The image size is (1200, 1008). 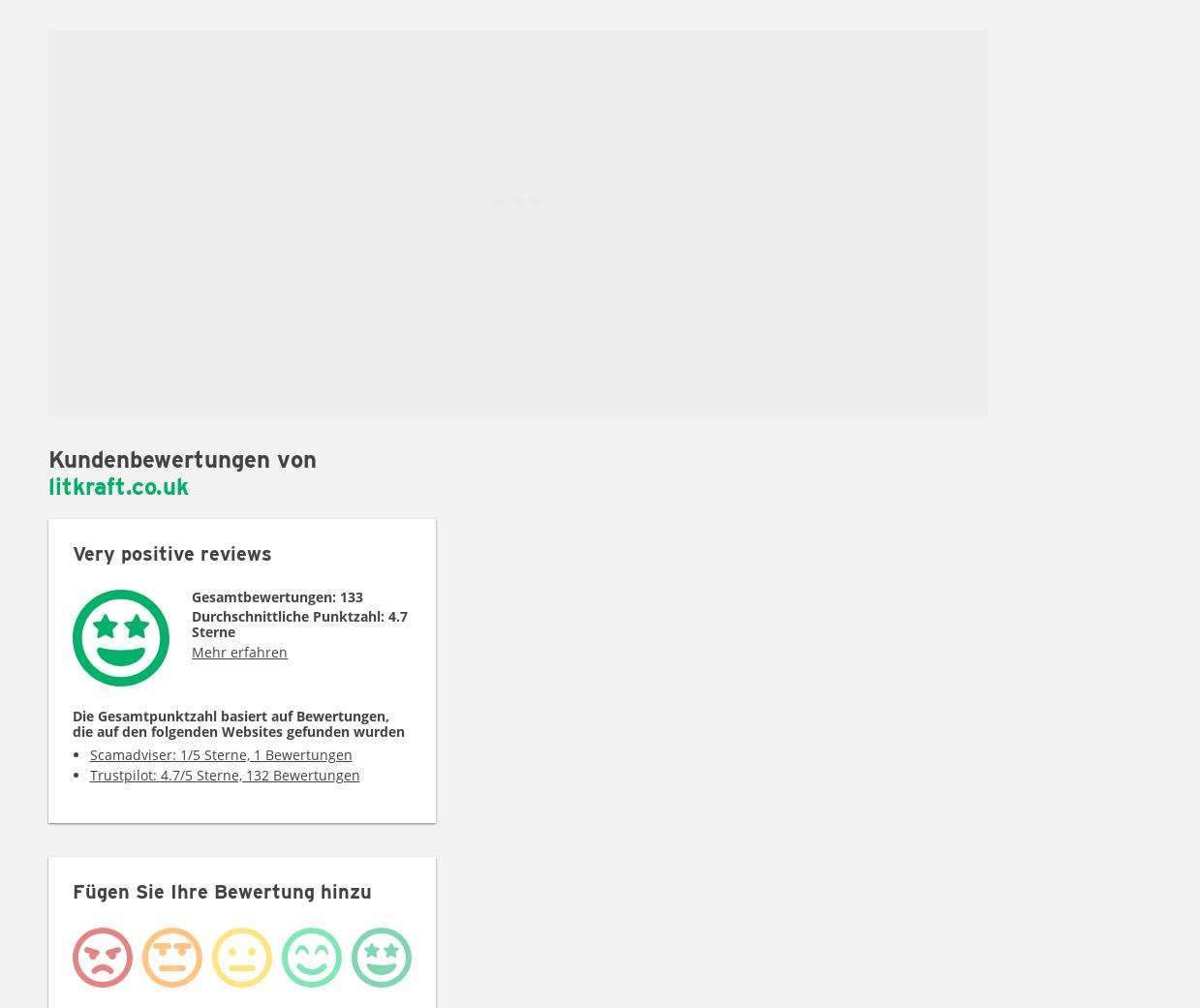 I want to click on 'Kundenbewertungen von', so click(x=181, y=458).